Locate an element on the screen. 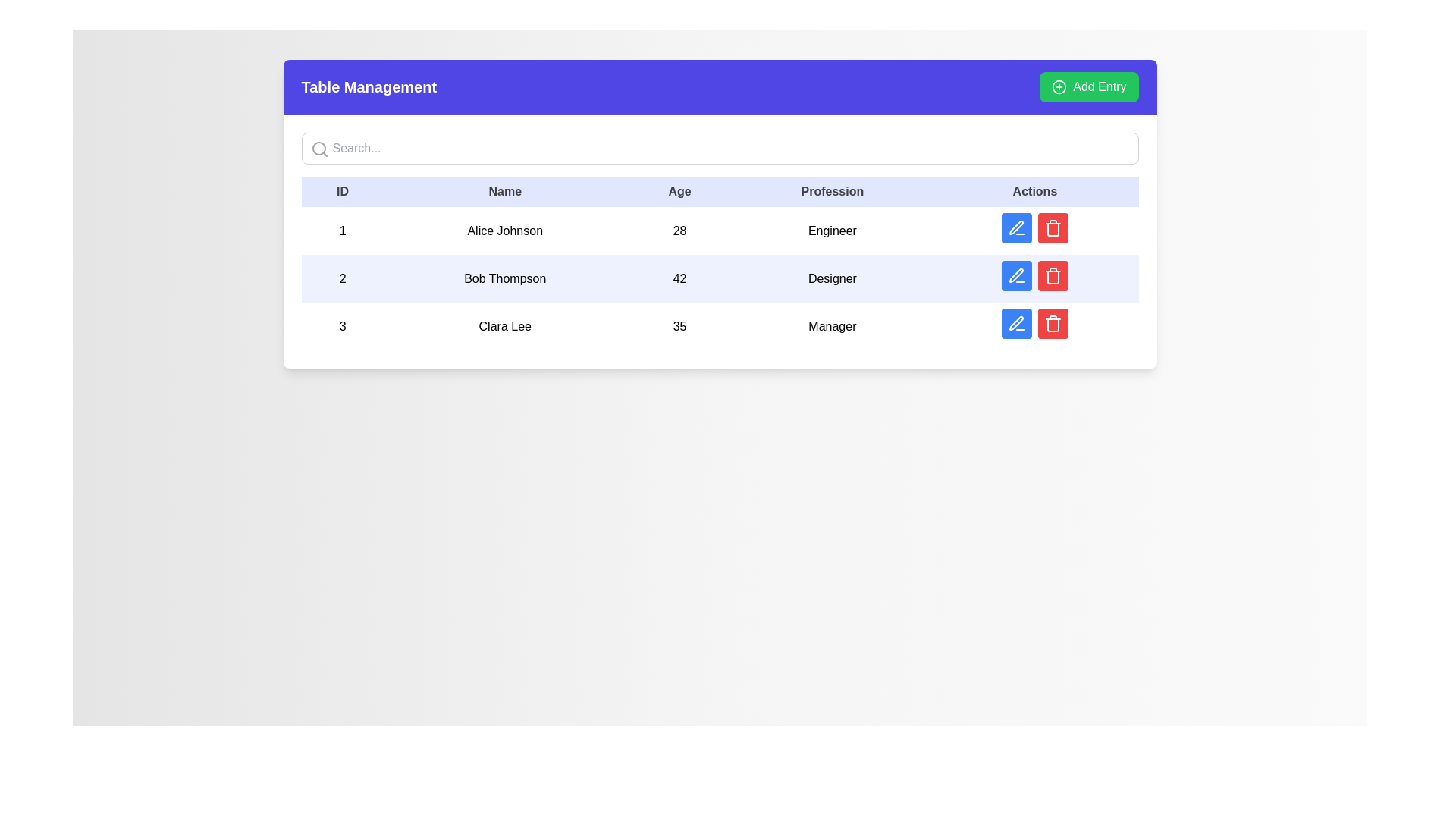 The image size is (1456, 819). the icon representing the 'Add Entry' action, which is part of a green button located near the top-right corner of the interface is located at coordinates (1059, 87).